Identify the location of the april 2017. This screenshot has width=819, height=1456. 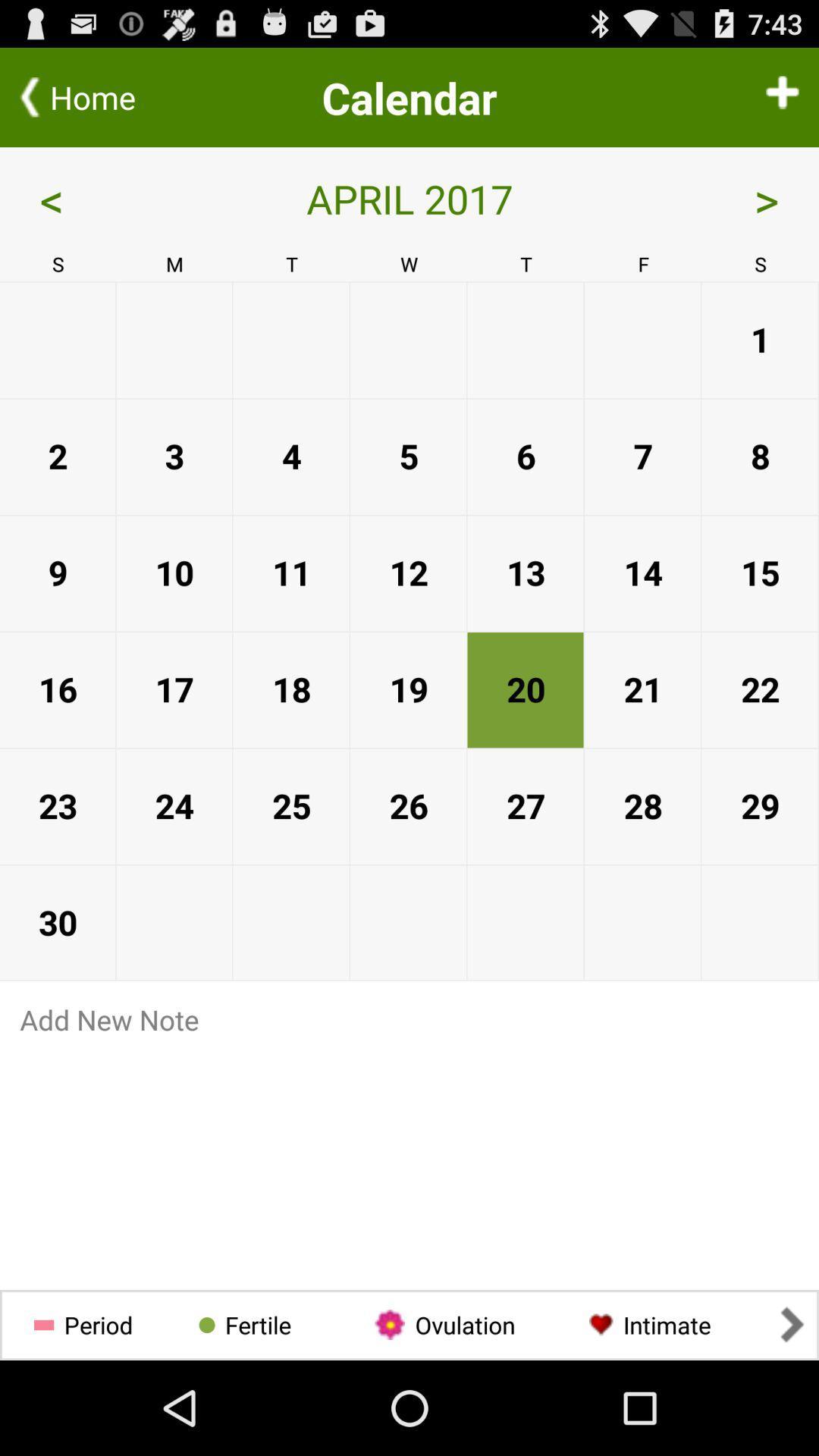
(409, 198).